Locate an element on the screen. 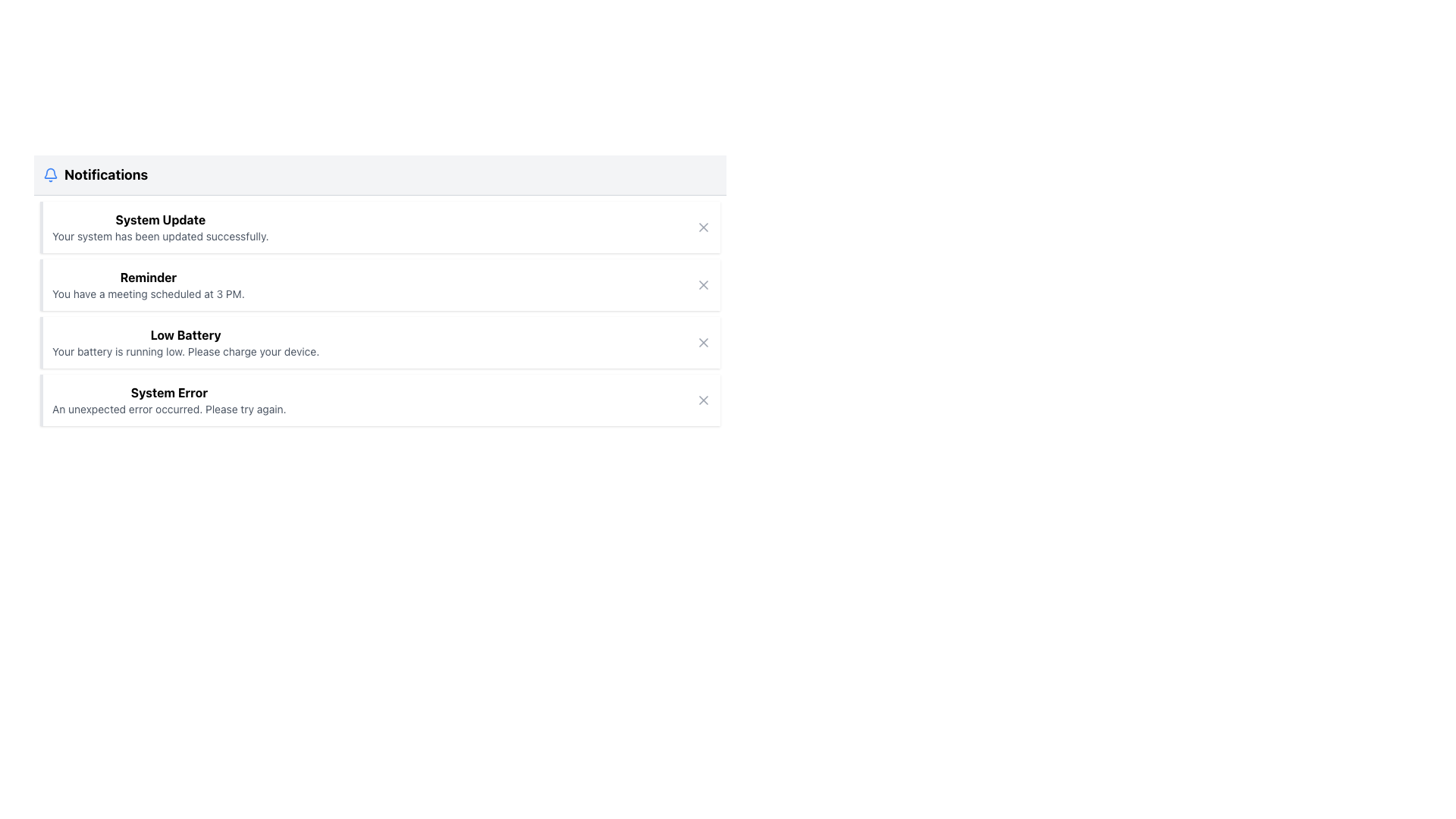 Image resolution: width=1456 pixels, height=819 pixels. reminder notification about the scheduled meeting at 3 PM, which is located in the notification list between 'System Update' and 'Low Battery' is located at coordinates (148, 284).